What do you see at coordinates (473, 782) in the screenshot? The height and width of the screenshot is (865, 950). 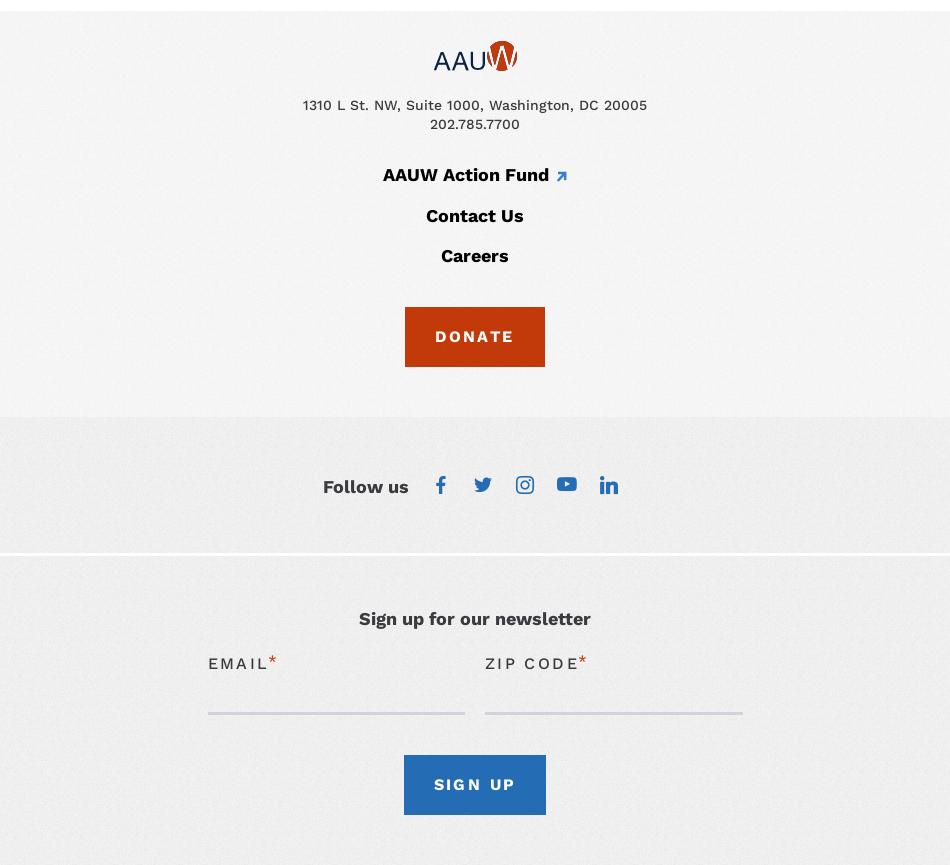 I see `'Sign Up'` at bounding box center [473, 782].